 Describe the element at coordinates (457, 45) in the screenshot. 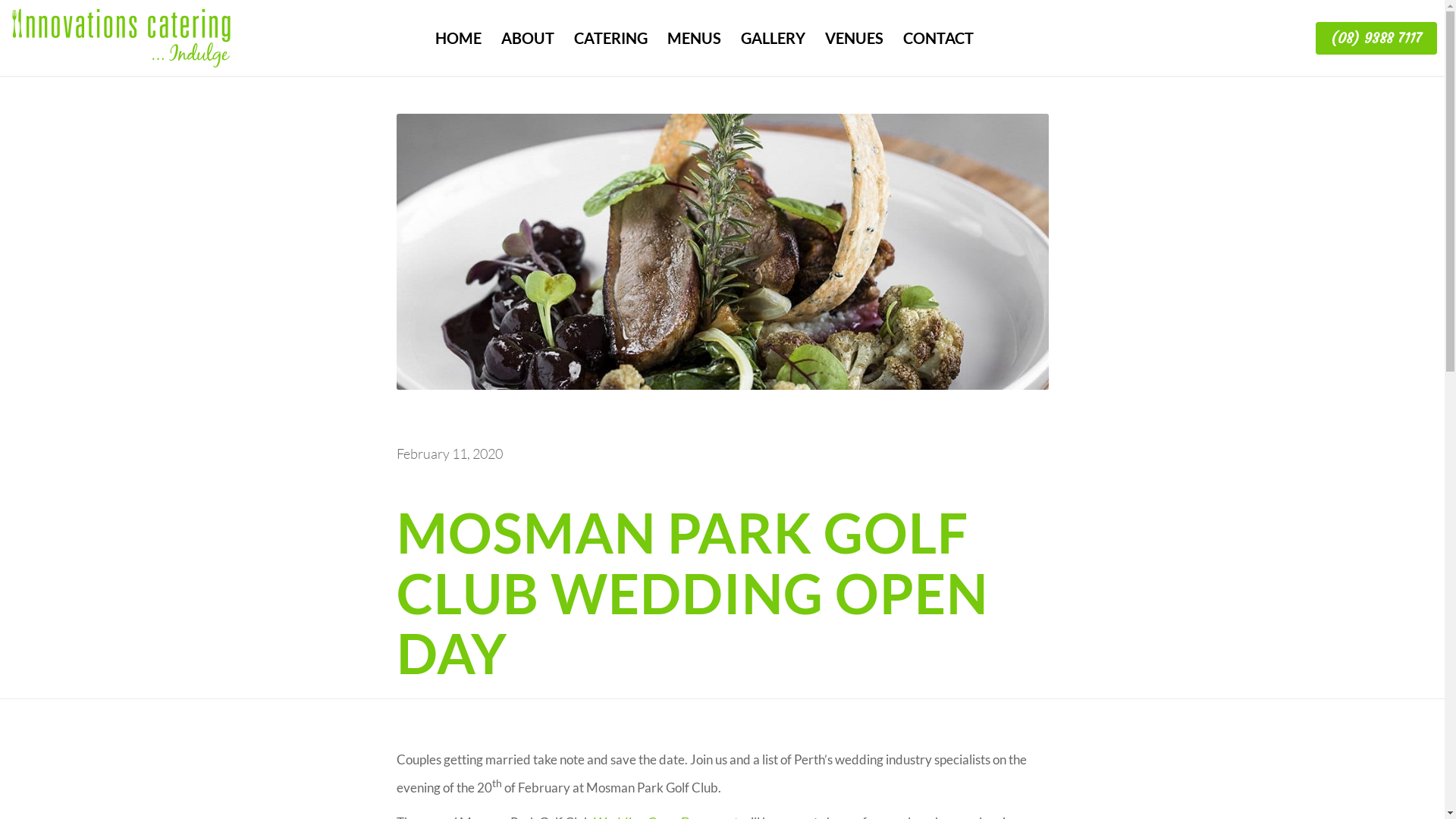

I see `'HOME'` at that location.